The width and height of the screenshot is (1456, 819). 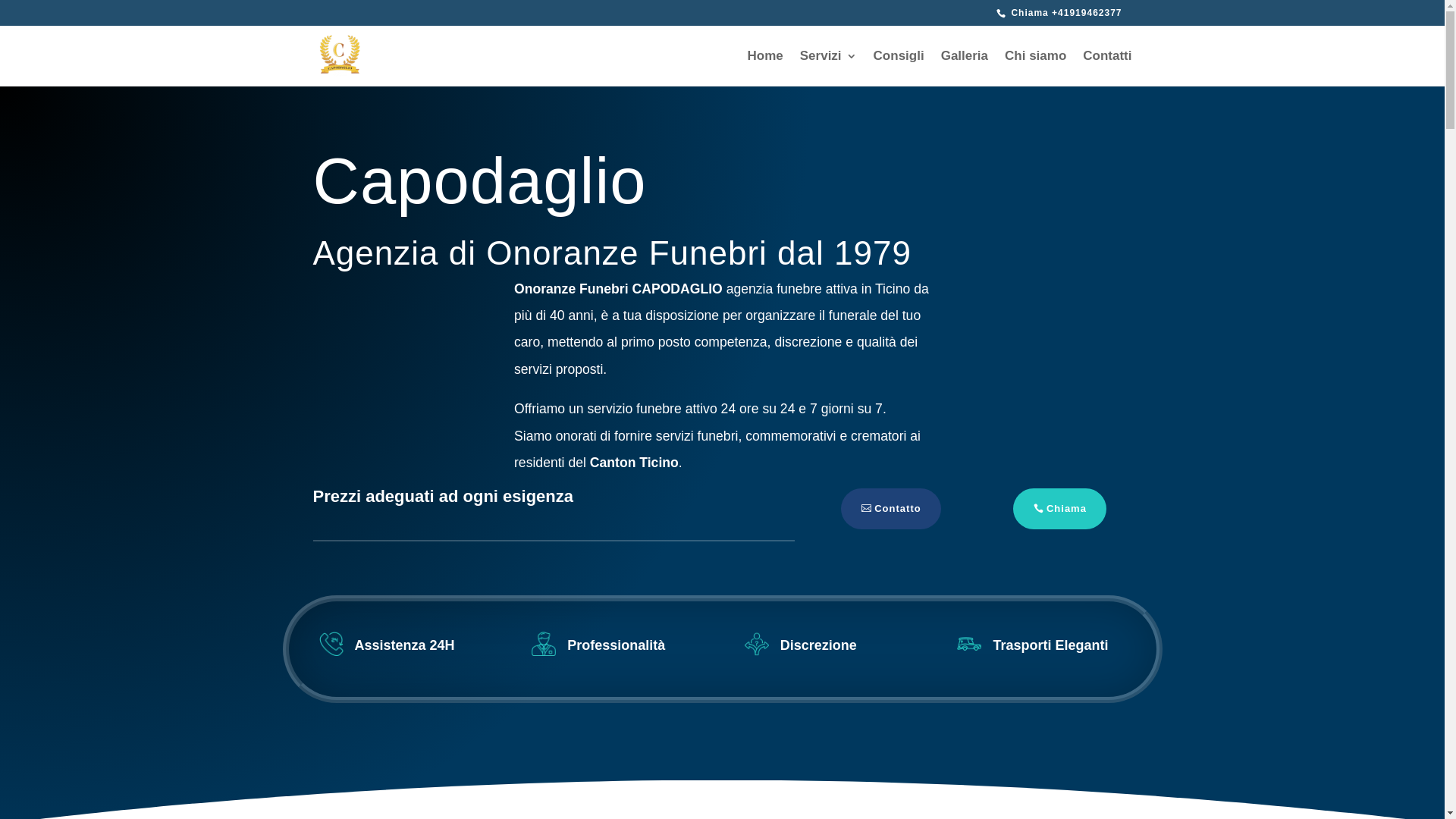 What do you see at coordinates (1106, 68) in the screenshot?
I see `'Contatti'` at bounding box center [1106, 68].